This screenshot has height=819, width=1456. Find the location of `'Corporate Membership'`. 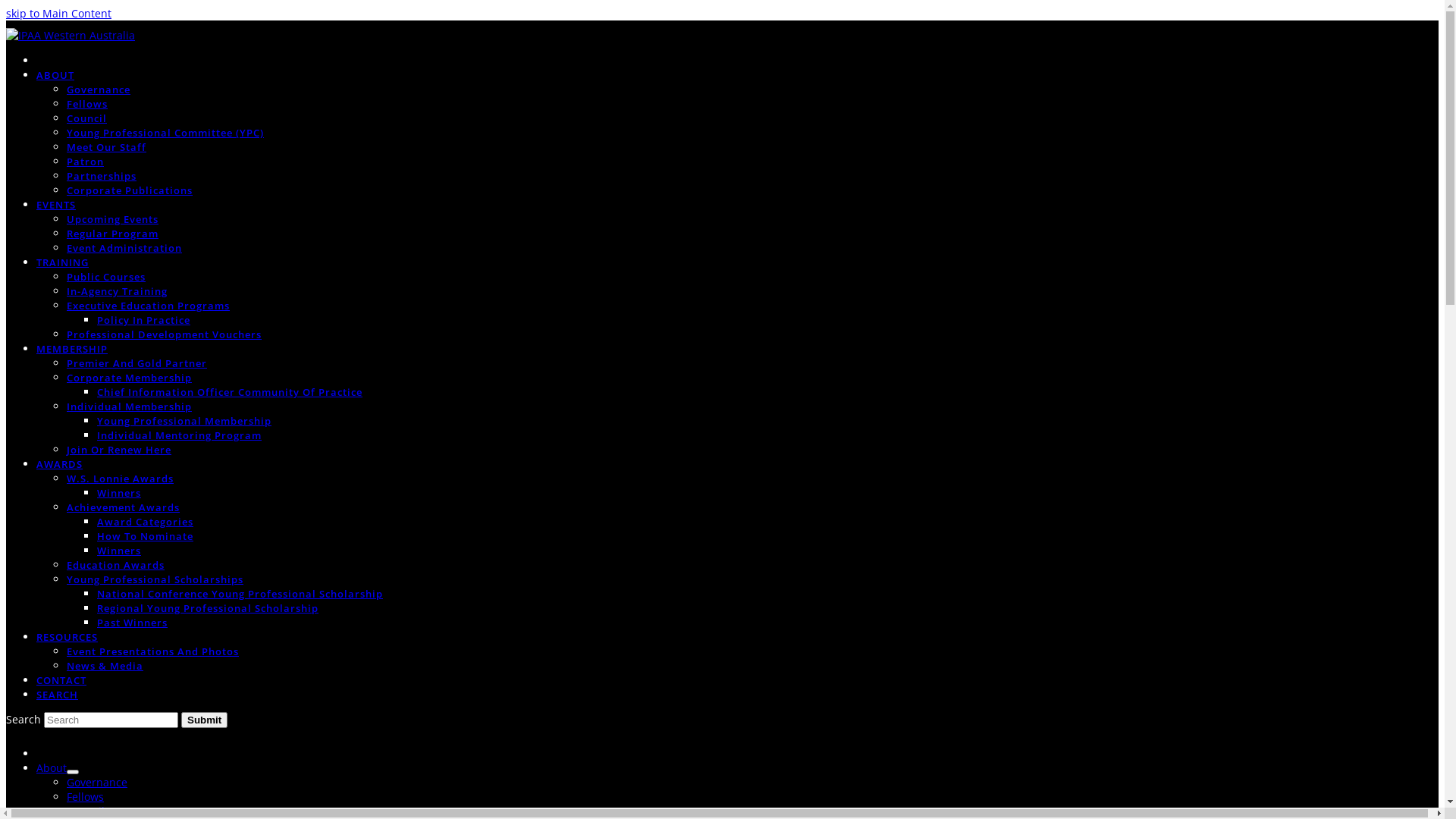

'Corporate Membership' is located at coordinates (129, 376).